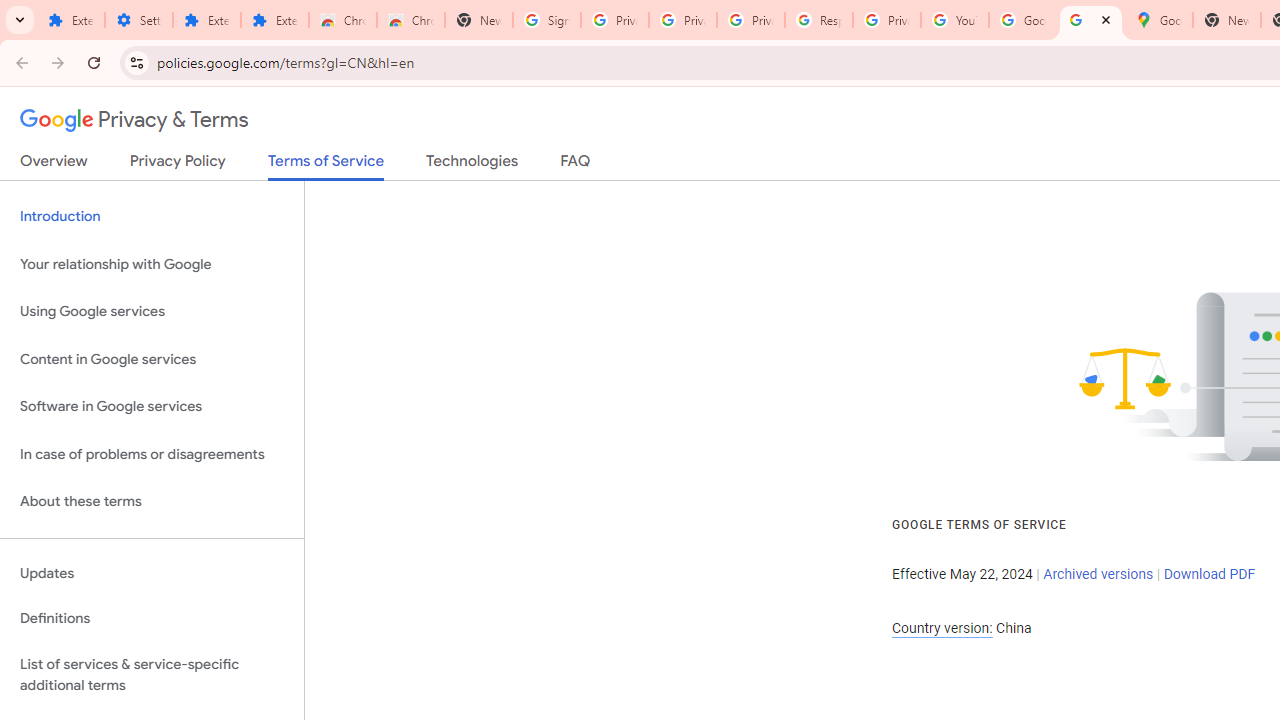  Describe the element at coordinates (151, 358) in the screenshot. I see `'Content in Google services'` at that location.